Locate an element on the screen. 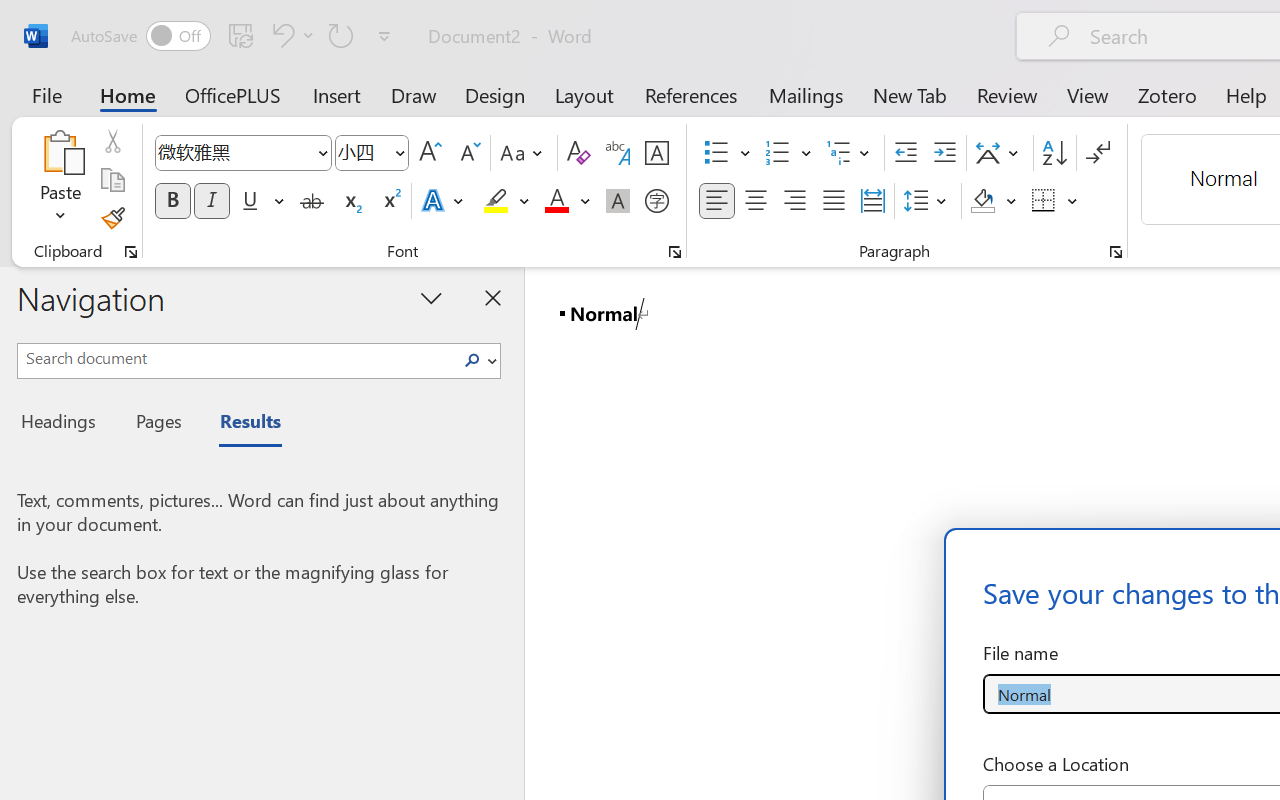  'Pages' is located at coordinates (155, 424).